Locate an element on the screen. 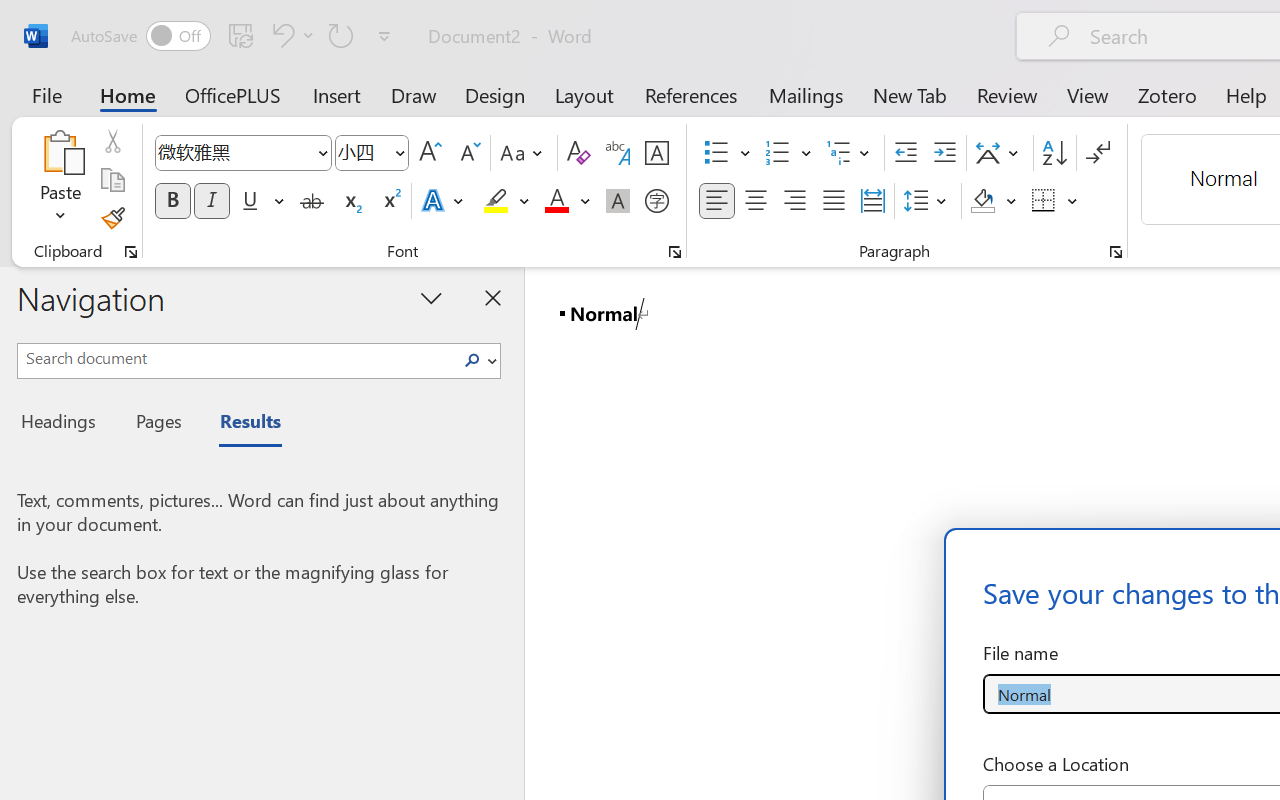  'Pages' is located at coordinates (155, 424).